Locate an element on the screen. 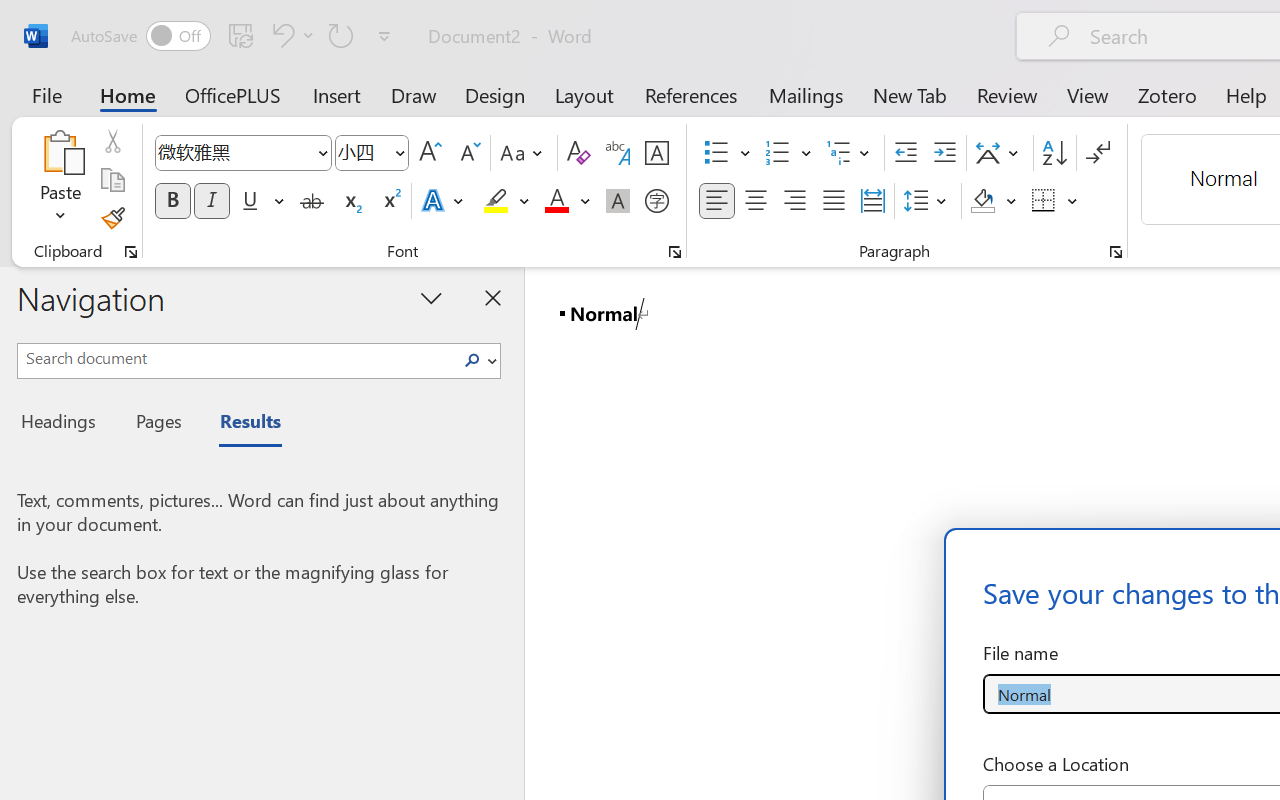  'Pages' is located at coordinates (155, 424).